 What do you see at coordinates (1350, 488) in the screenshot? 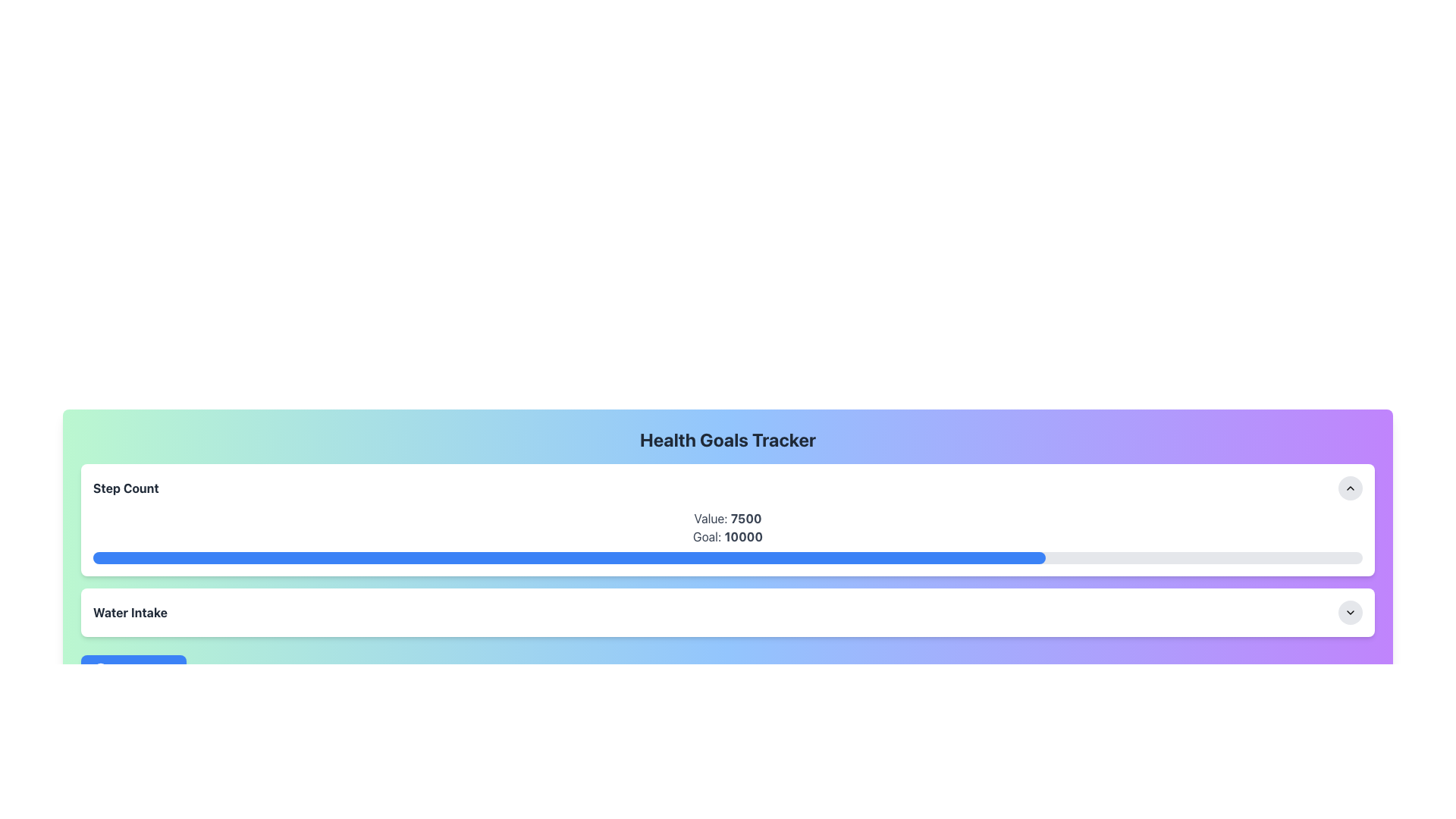
I see `the upward navigation button located to the far right of the 'Step Count' section to change its color` at bounding box center [1350, 488].